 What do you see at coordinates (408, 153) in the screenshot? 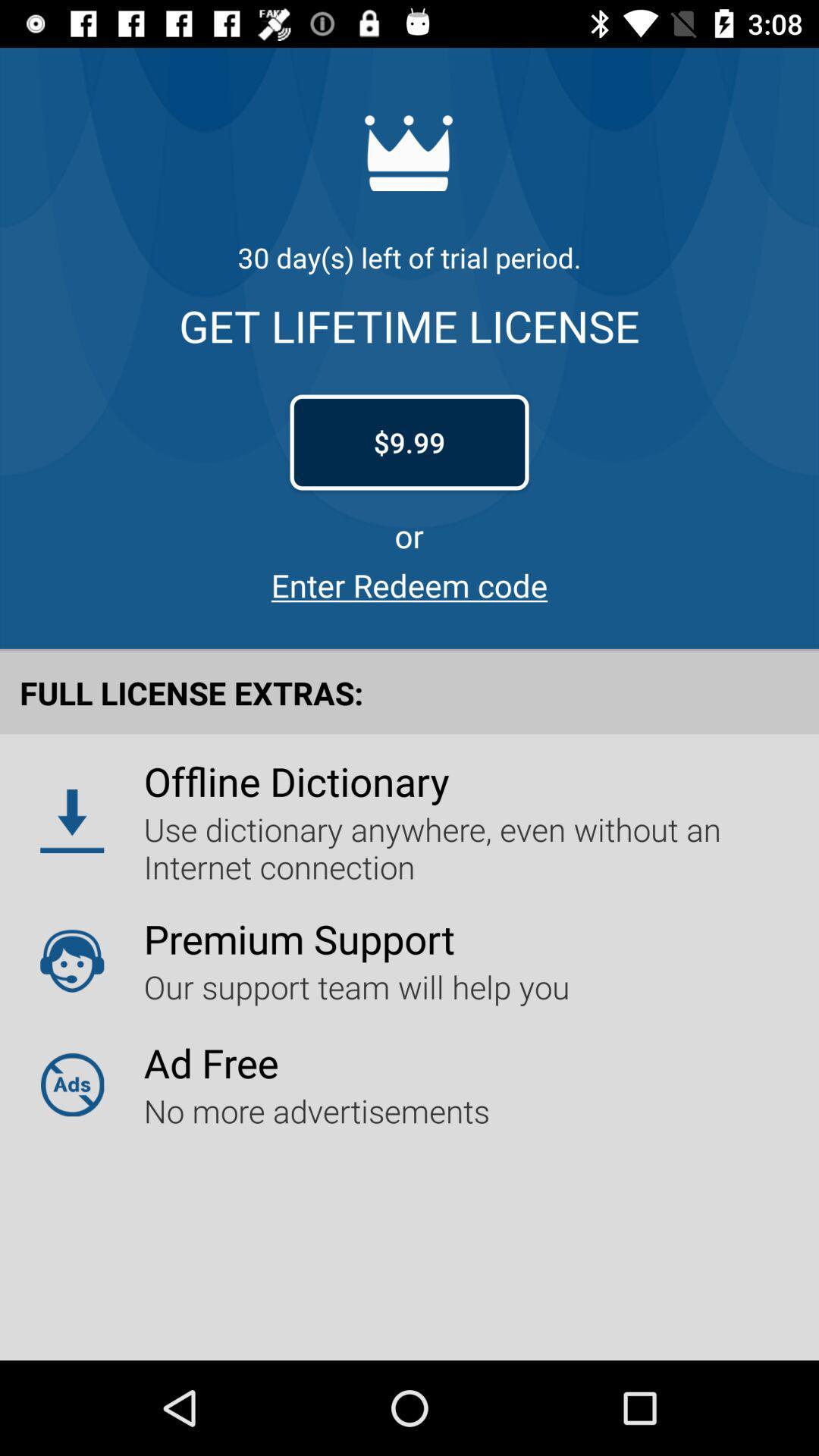
I see `the crown logo on the web page` at bounding box center [408, 153].